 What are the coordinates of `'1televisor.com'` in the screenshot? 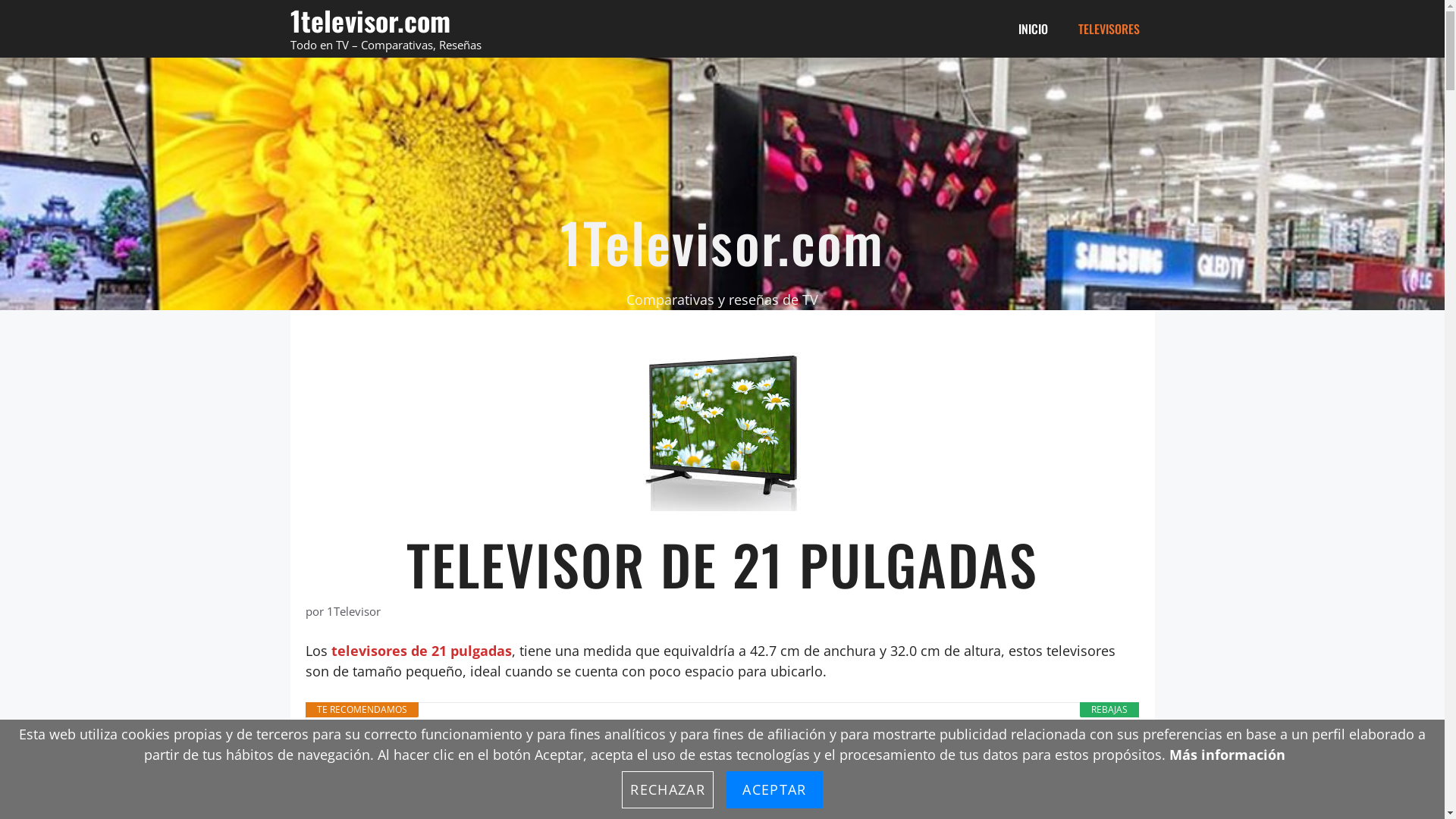 It's located at (370, 20).